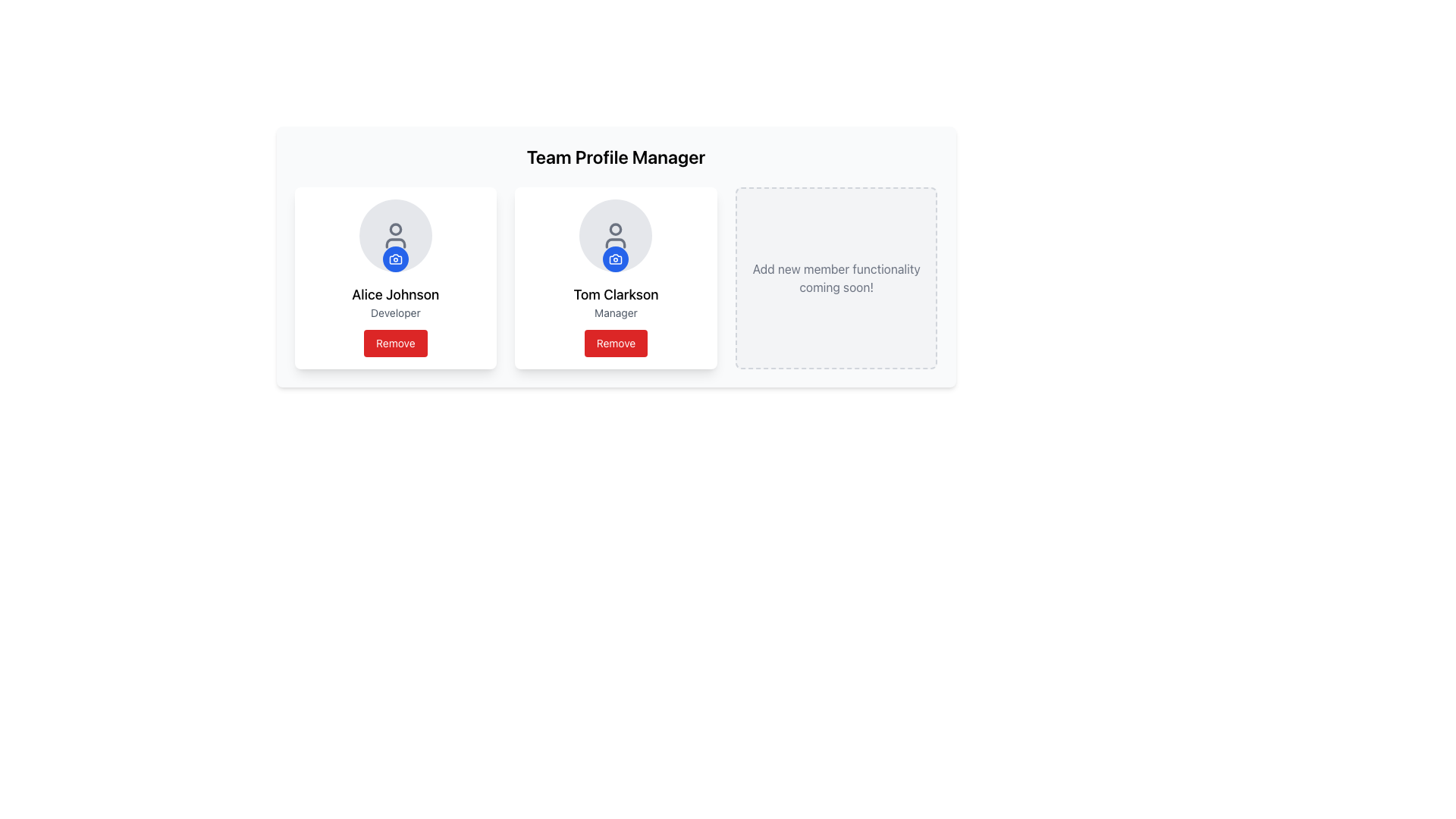  What do you see at coordinates (395, 295) in the screenshot?
I see `the text label displaying 'Alice Johnson'` at bounding box center [395, 295].